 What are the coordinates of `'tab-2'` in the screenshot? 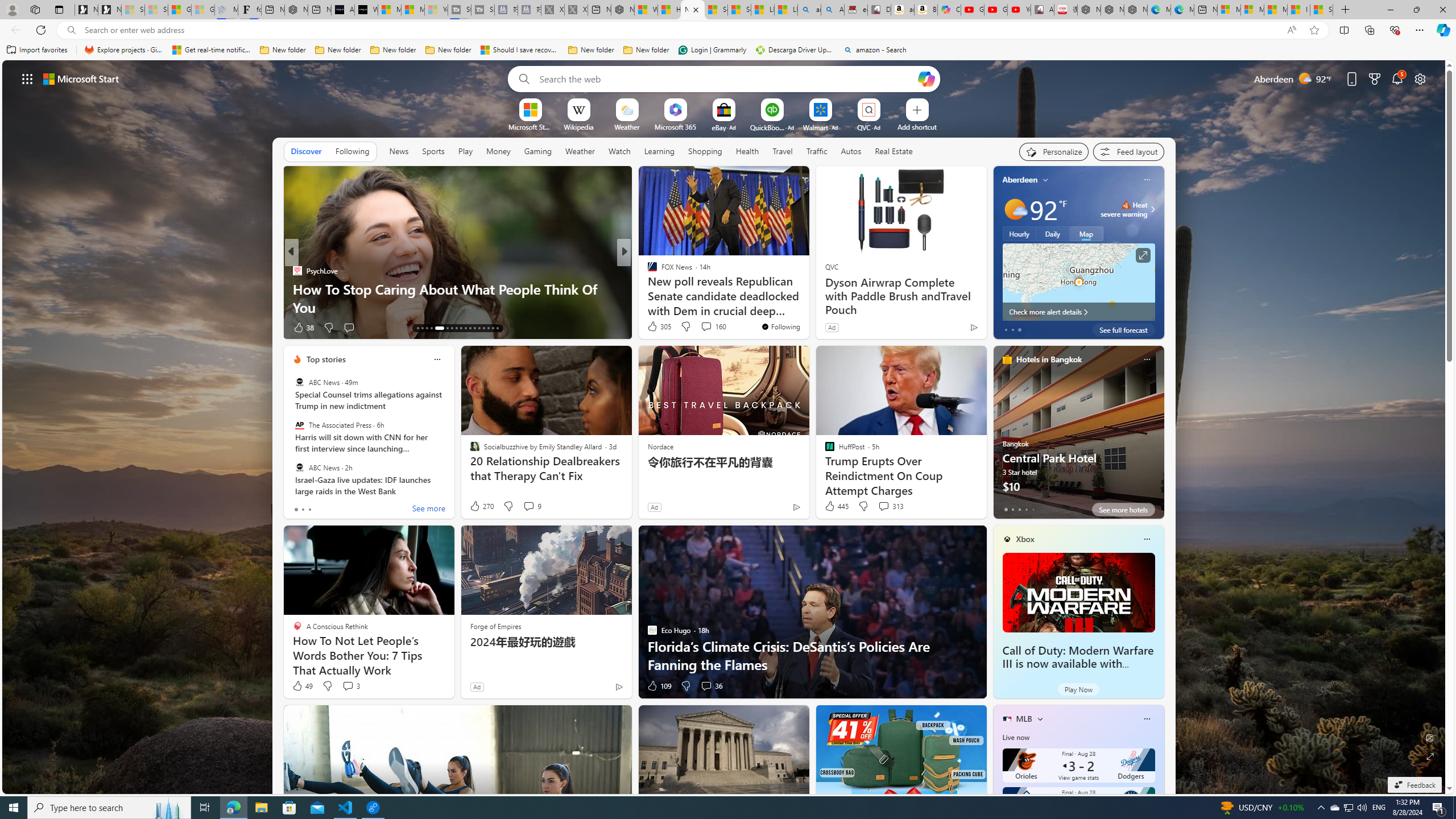 It's located at (1020, 509).